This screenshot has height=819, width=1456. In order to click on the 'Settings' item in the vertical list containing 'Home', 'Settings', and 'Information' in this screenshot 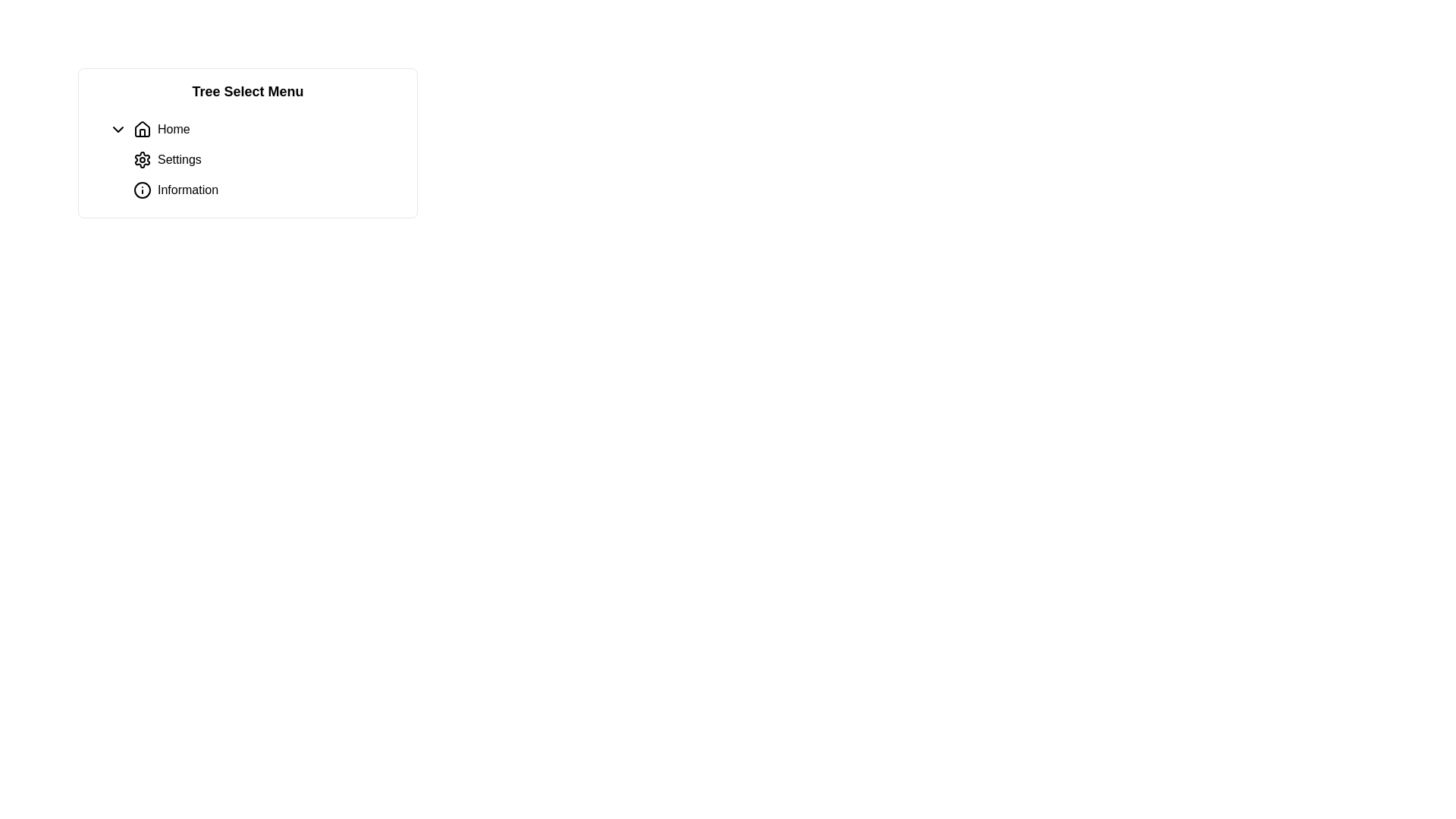, I will do `click(254, 160)`.